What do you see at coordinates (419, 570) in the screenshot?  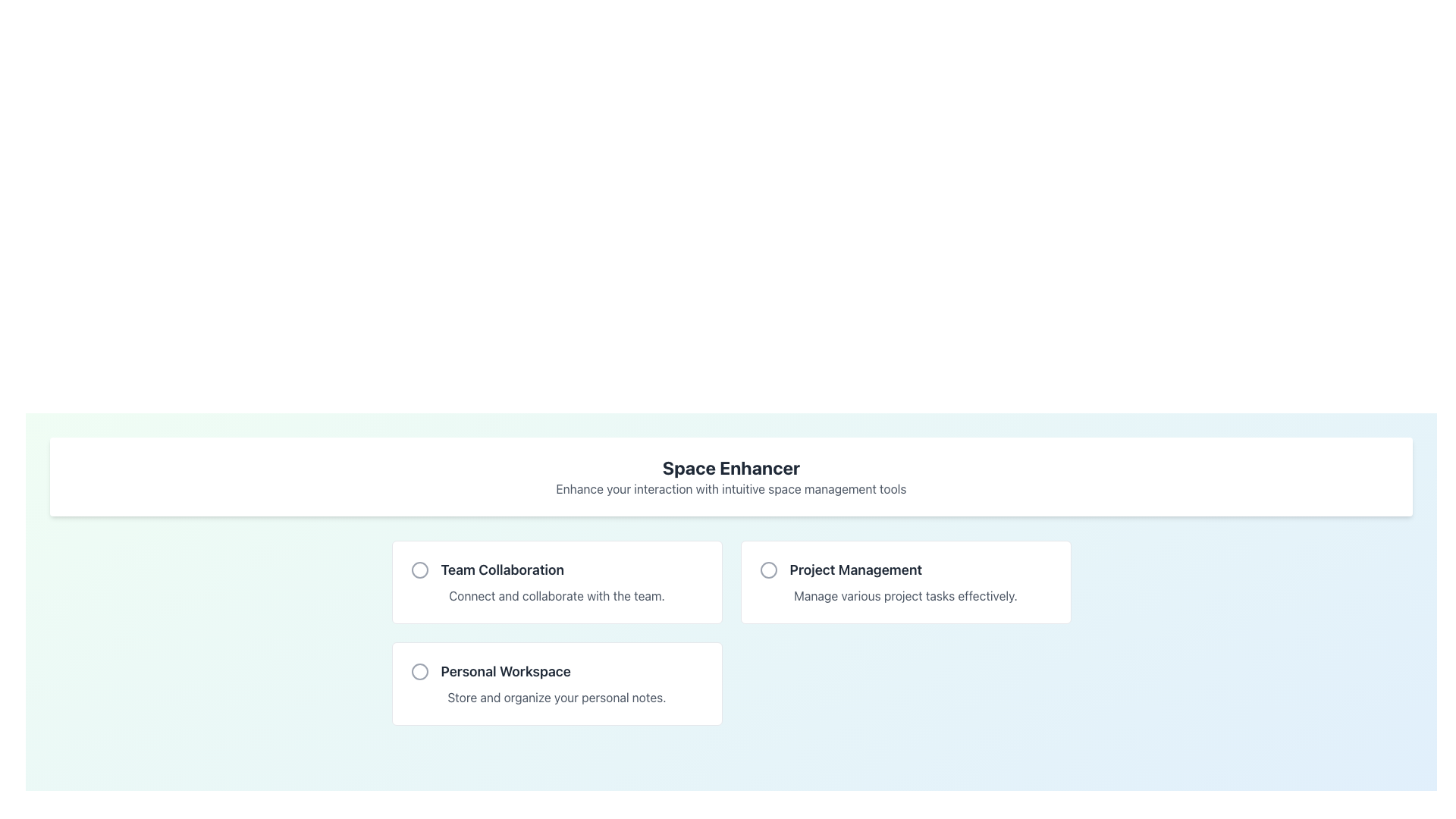 I see `the inner circular part of the SVG Circle located beside the label 'Team Collaboration' within the selectable choices section` at bounding box center [419, 570].